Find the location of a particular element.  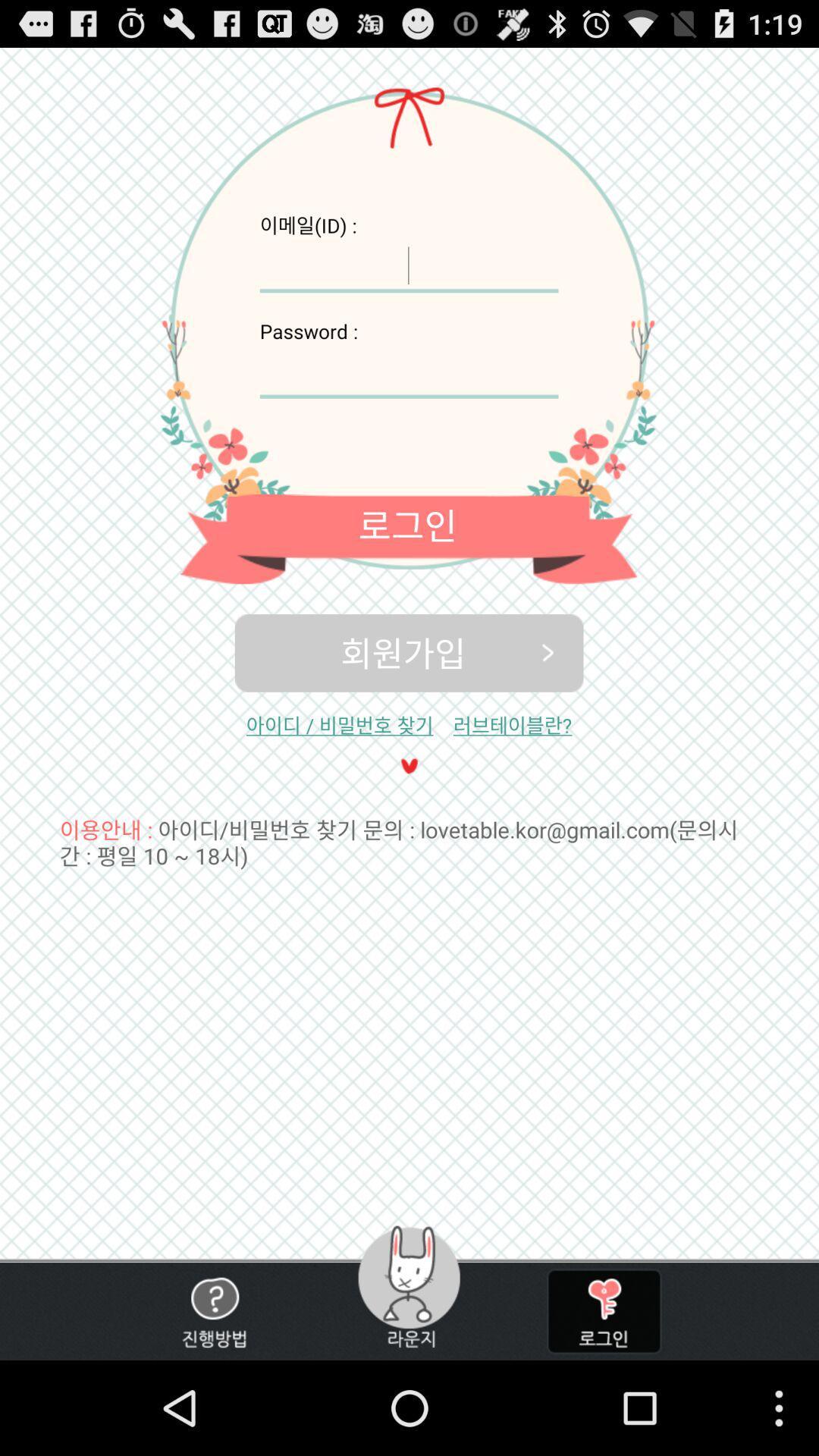

id is located at coordinates (408, 265).